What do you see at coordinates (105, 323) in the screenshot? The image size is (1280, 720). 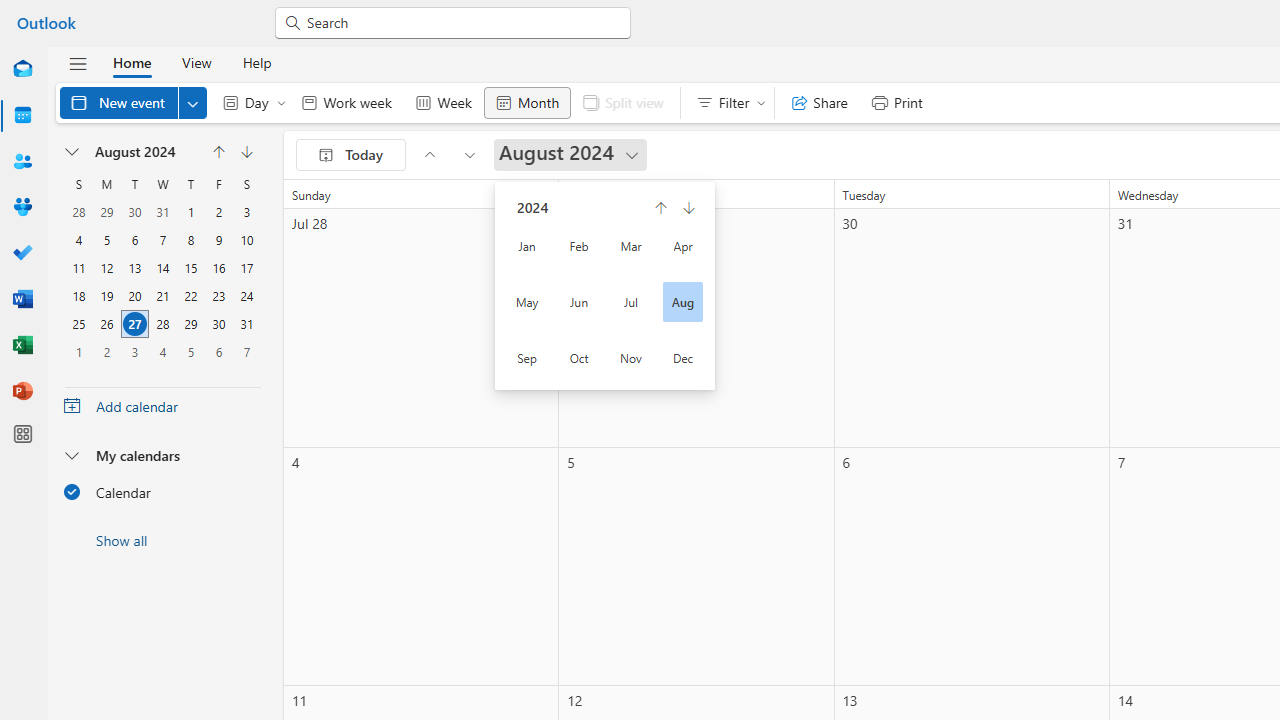 I see `'26, August, 2024'` at bounding box center [105, 323].